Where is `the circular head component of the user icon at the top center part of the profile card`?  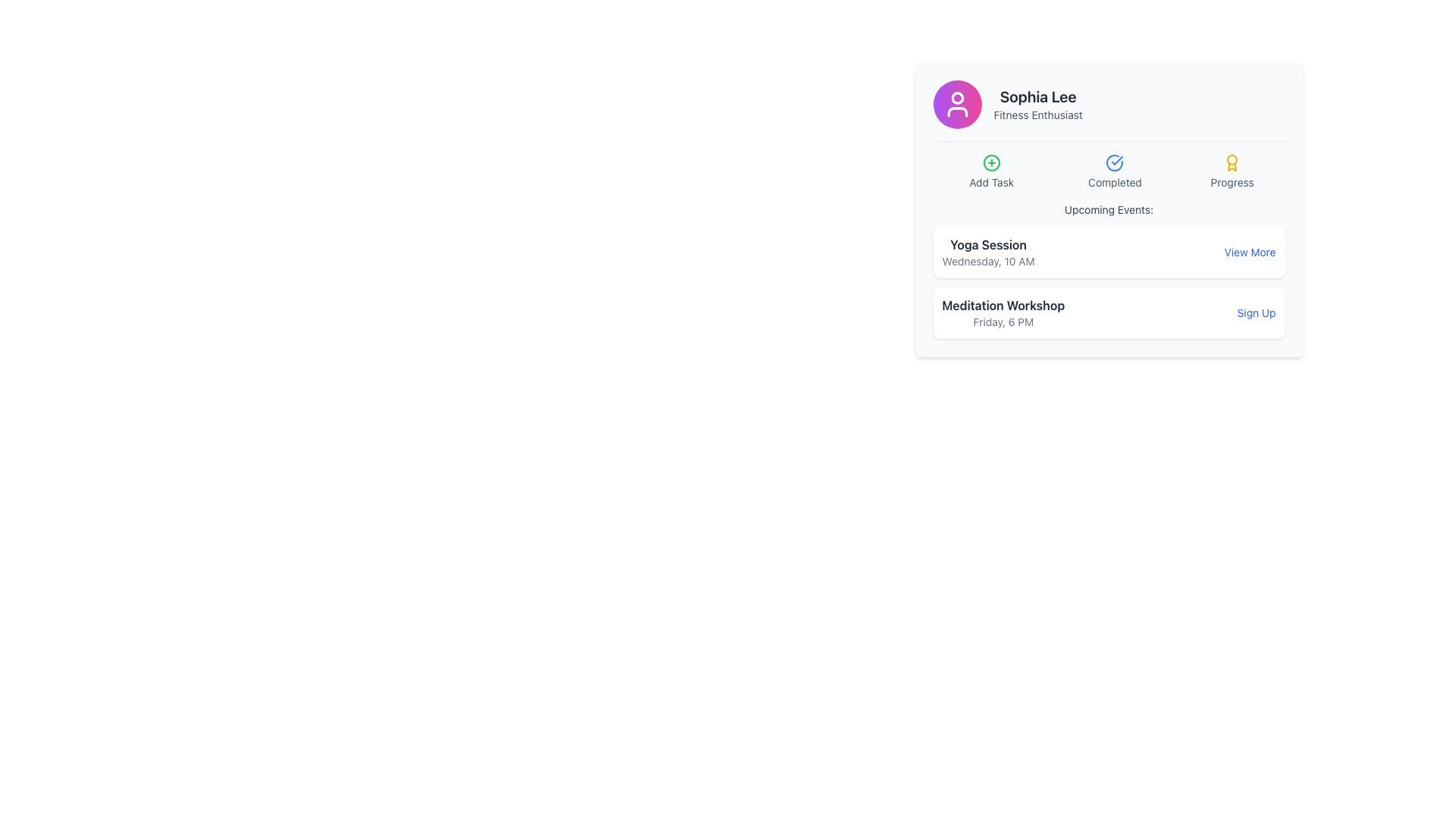
the circular head component of the user icon at the top center part of the profile card is located at coordinates (956, 98).